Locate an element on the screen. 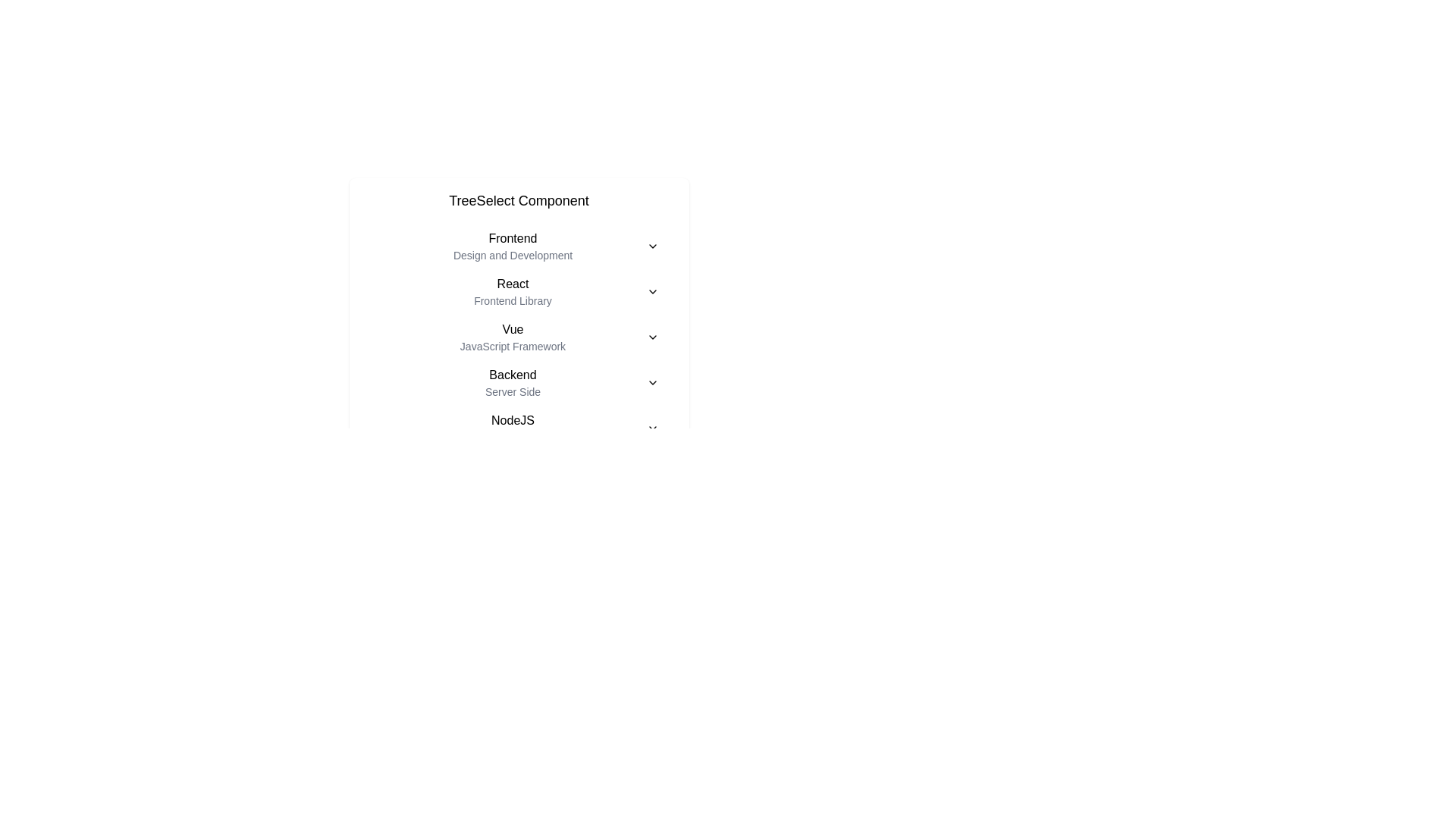 The image size is (1456, 819). the List entry element displaying 'NodeJS' is located at coordinates (513, 428).